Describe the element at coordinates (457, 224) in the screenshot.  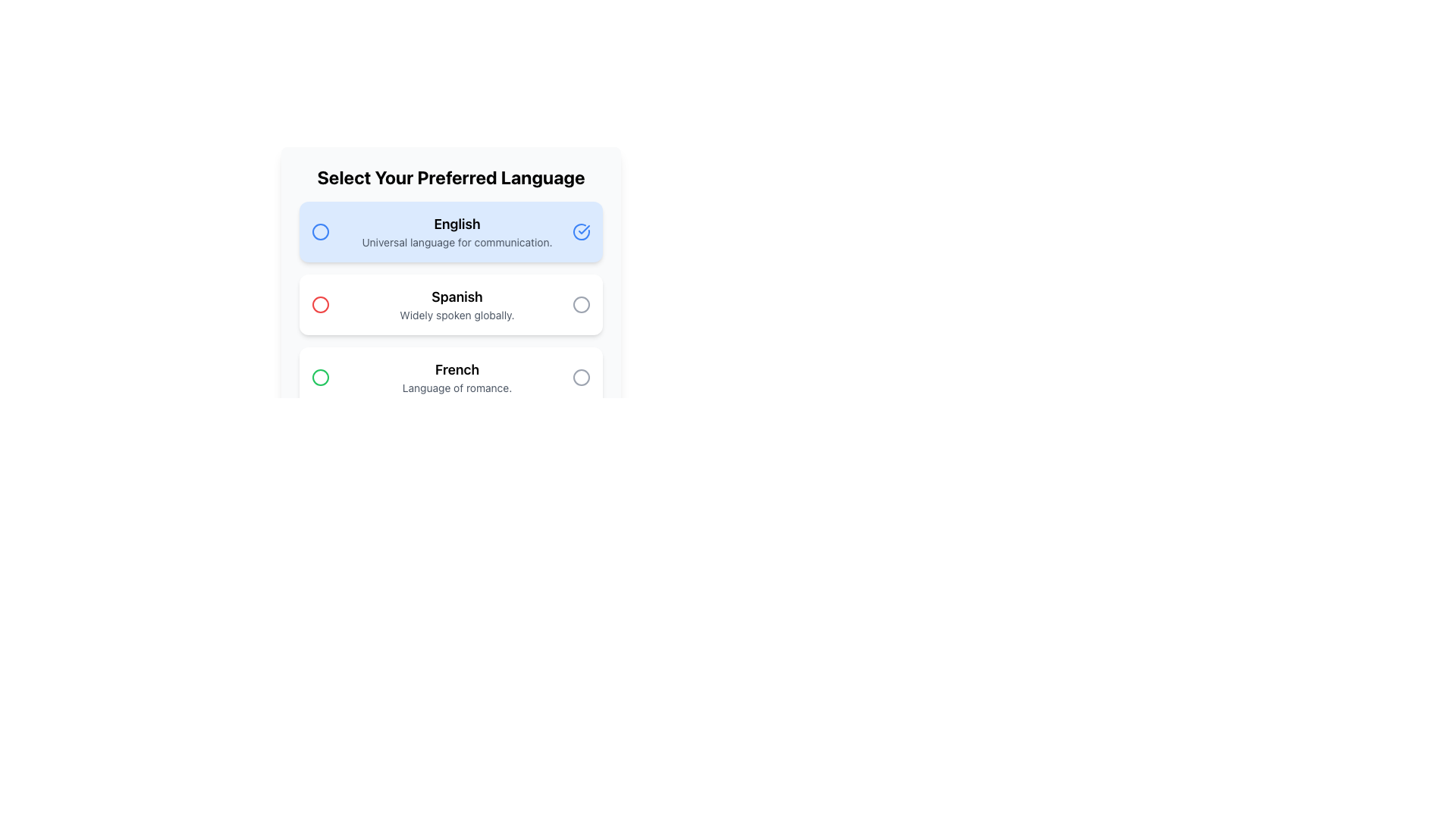
I see `the bold 'English' static text element, which is the title of the first section in a vertically stacked list and highlighted with a light blue background` at that location.